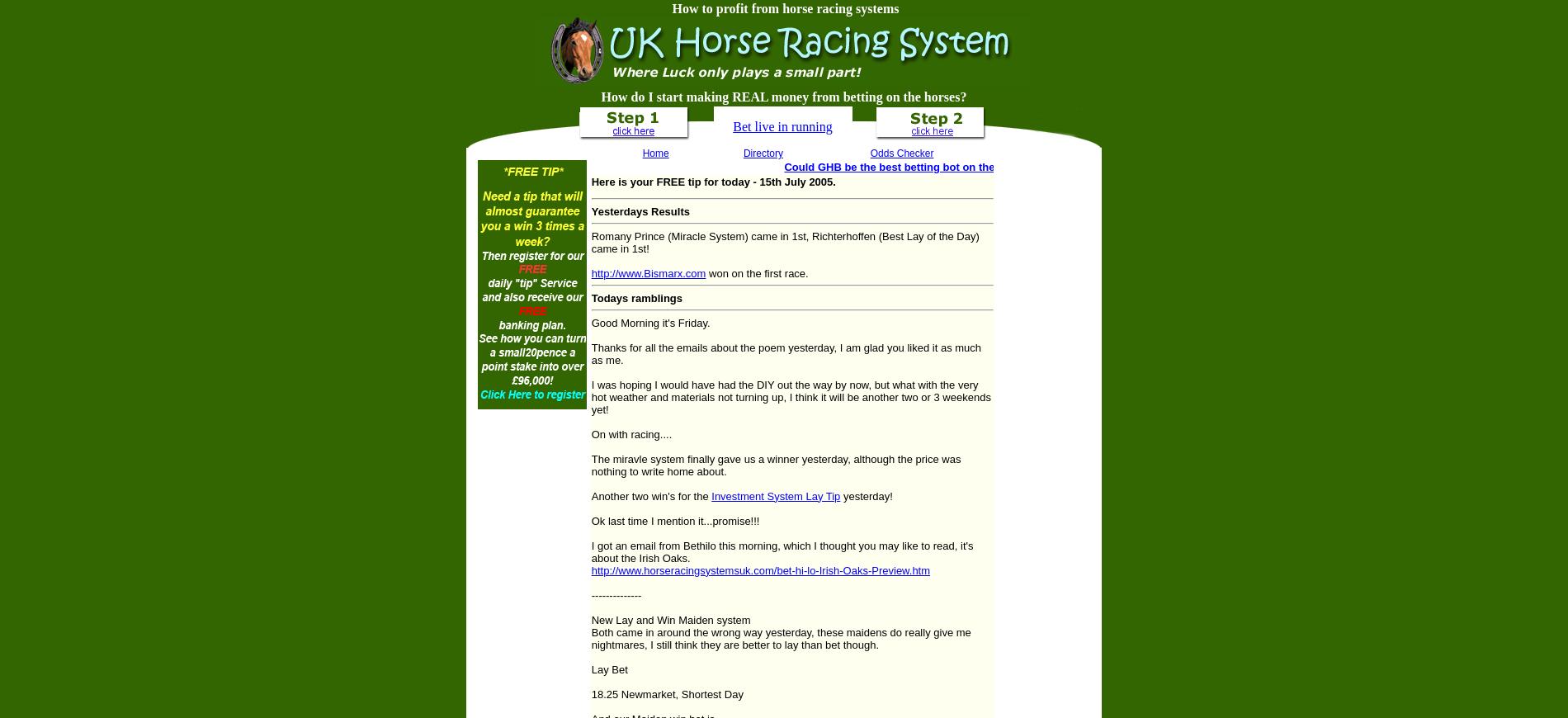  What do you see at coordinates (650, 494) in the screenshot?
I see `'Another two win's for the'` at bounding box center [650, 494].